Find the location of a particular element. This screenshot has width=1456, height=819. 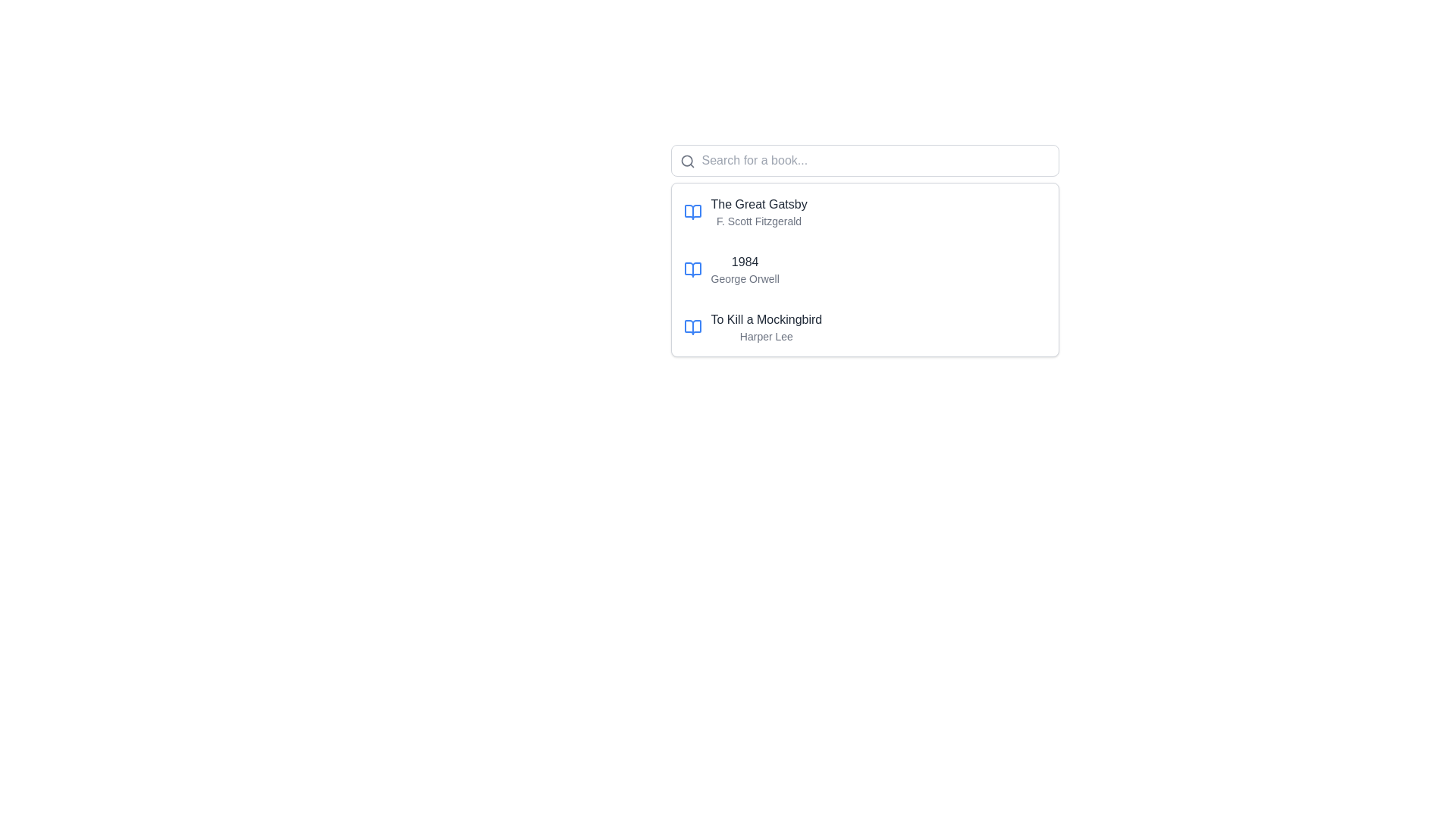

the second list item representing a book entry, which displays the book title and author is located at coordinates (864, 268).